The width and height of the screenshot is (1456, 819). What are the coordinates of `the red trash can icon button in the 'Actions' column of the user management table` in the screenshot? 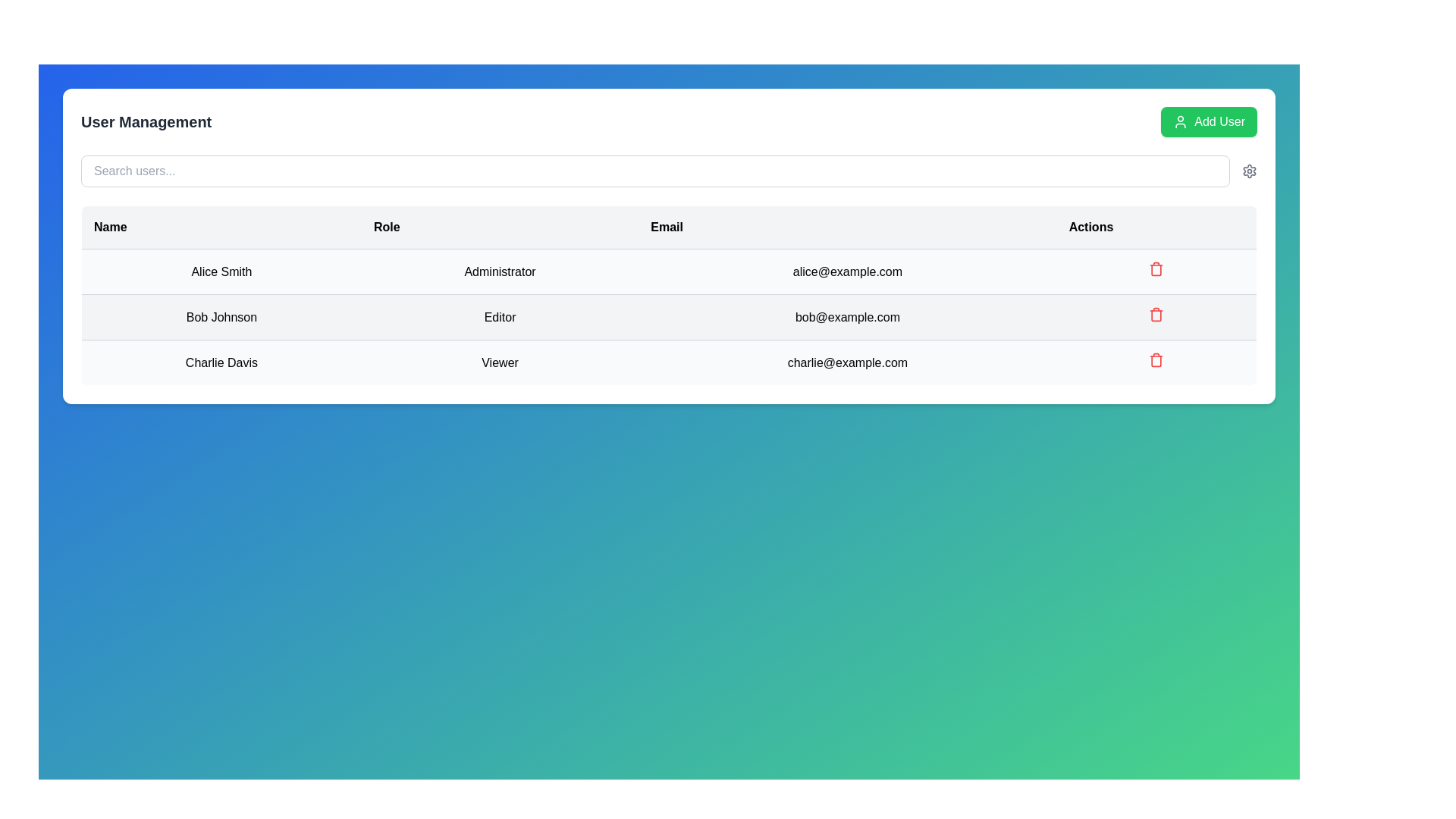 It's located at (1156, 316).